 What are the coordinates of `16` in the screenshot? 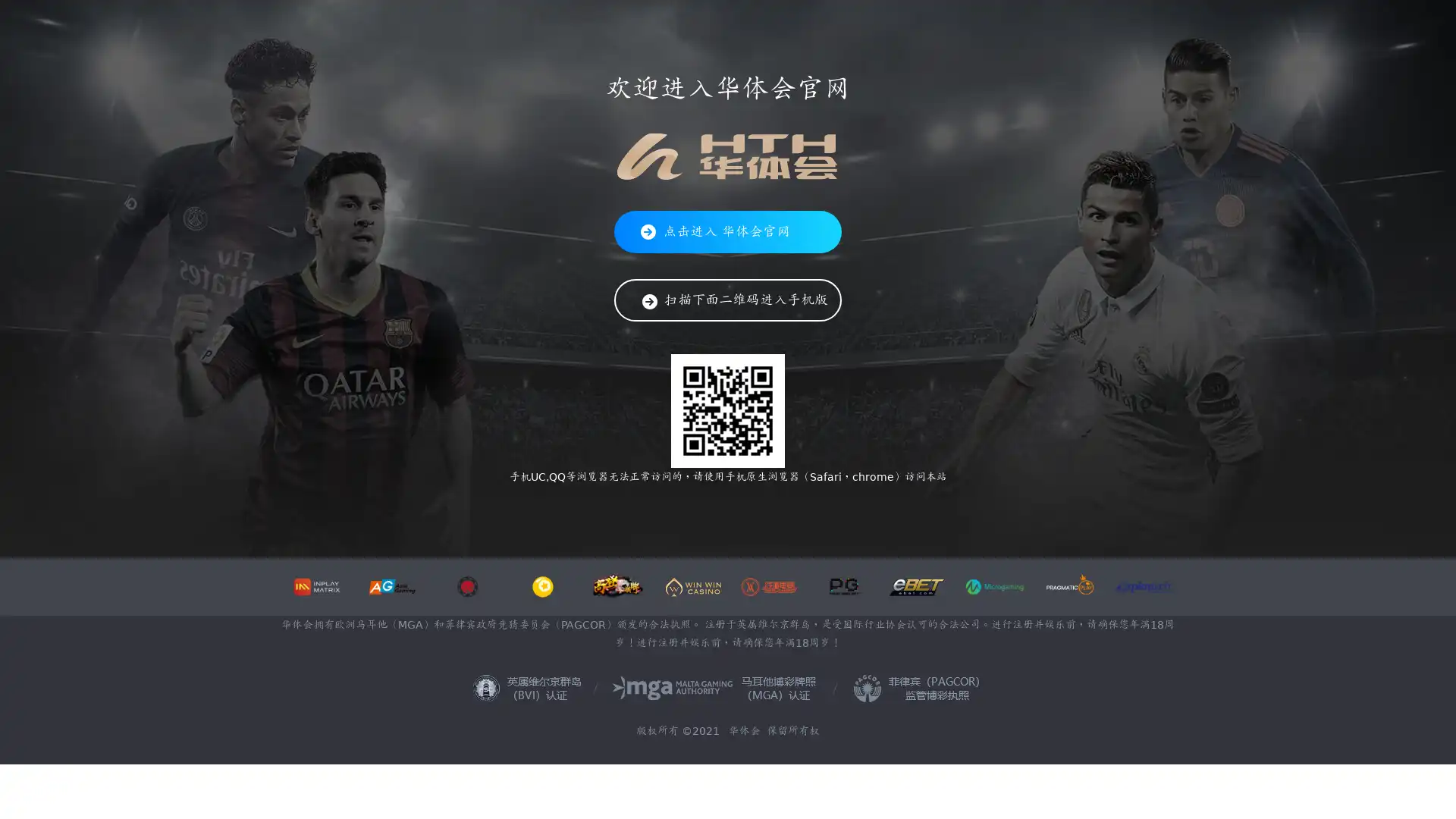 It's located at (856, 505).